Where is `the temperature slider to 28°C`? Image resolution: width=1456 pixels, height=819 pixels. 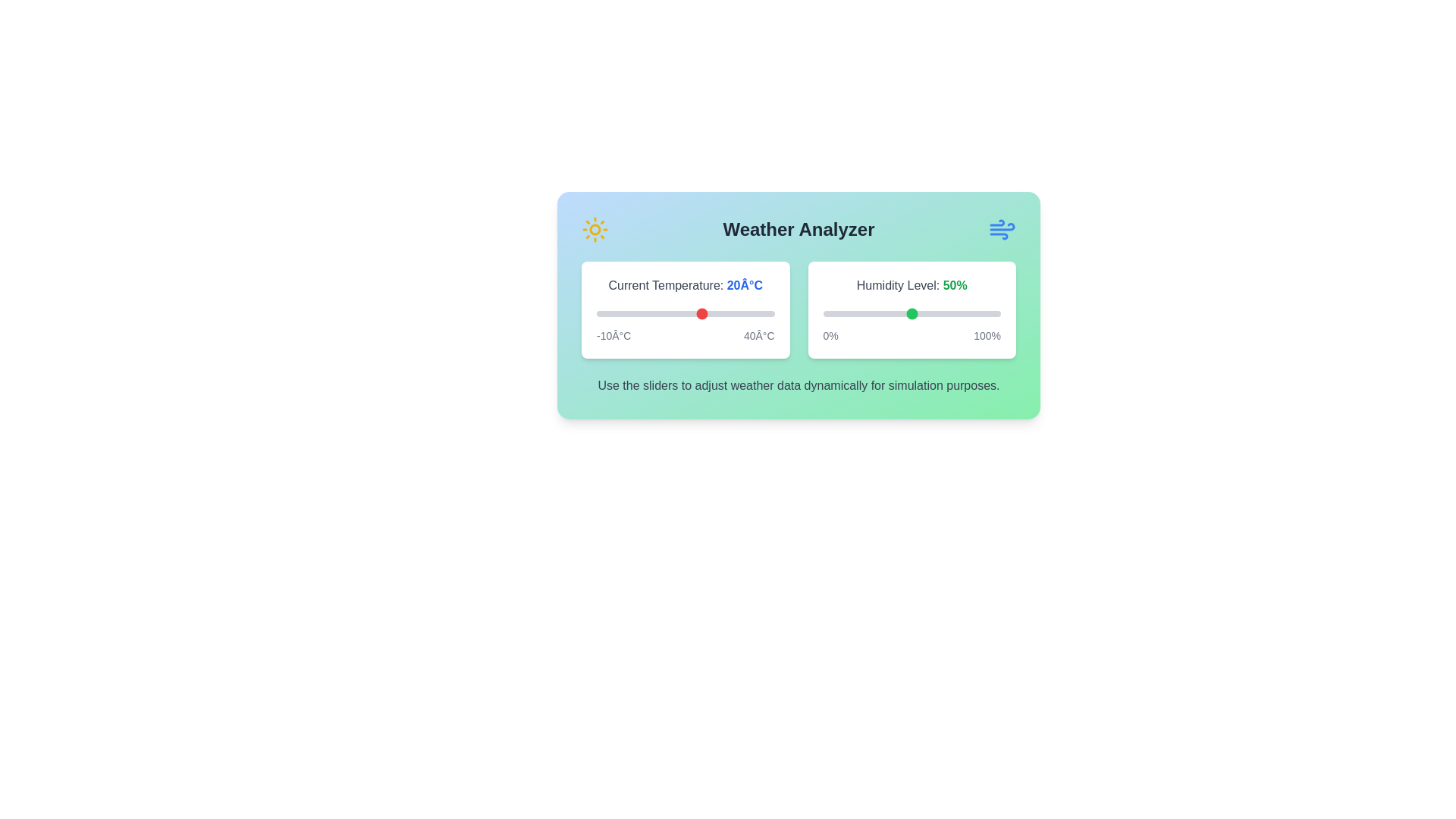 the temperature slider to 28°C is located at coordinates (732, 312).